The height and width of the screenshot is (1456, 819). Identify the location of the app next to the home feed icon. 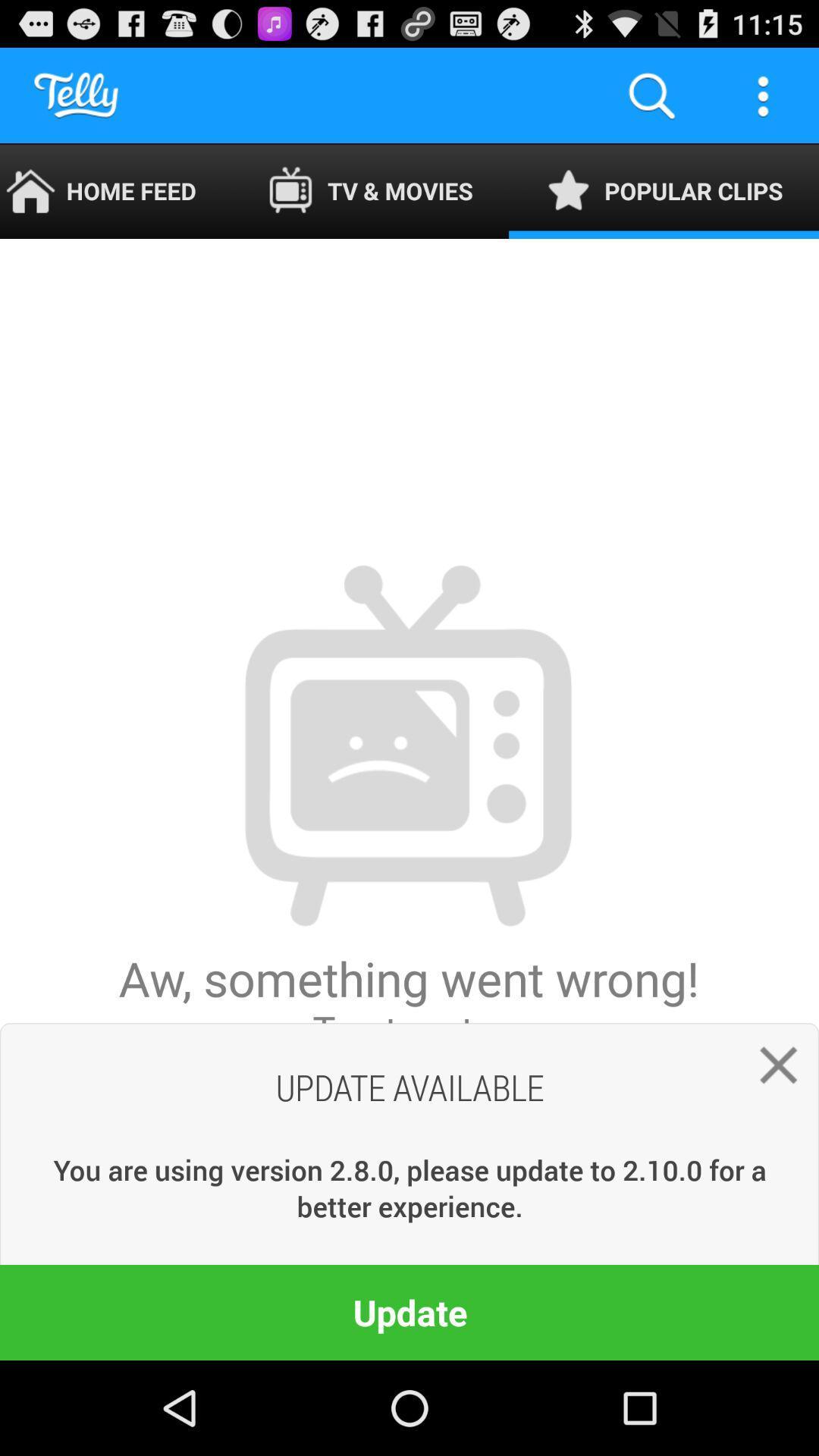
(370, 190).